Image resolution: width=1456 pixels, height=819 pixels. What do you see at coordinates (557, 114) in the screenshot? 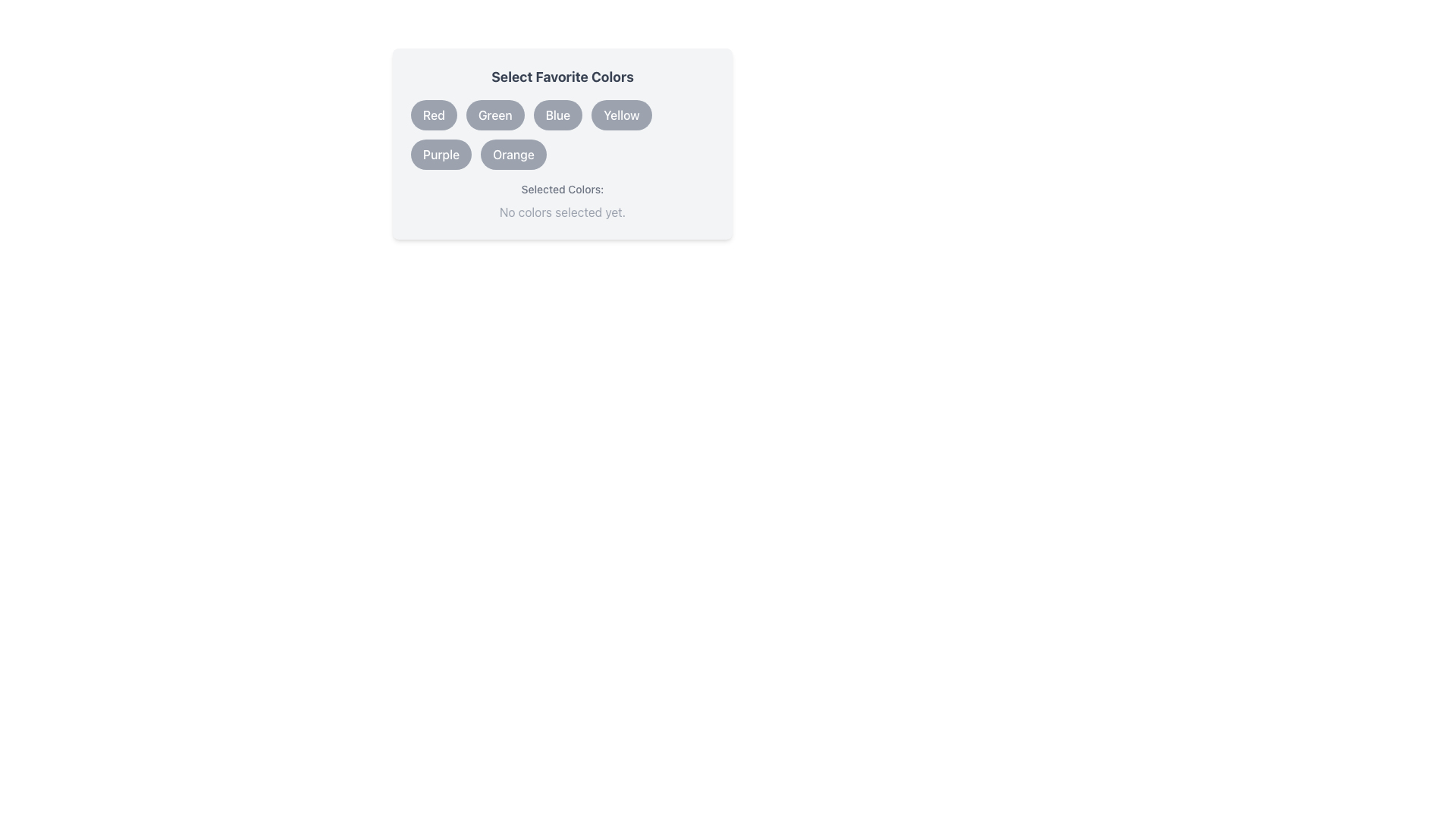
I see `the button labeled 'Blue'` at bounding box center [557, 114].